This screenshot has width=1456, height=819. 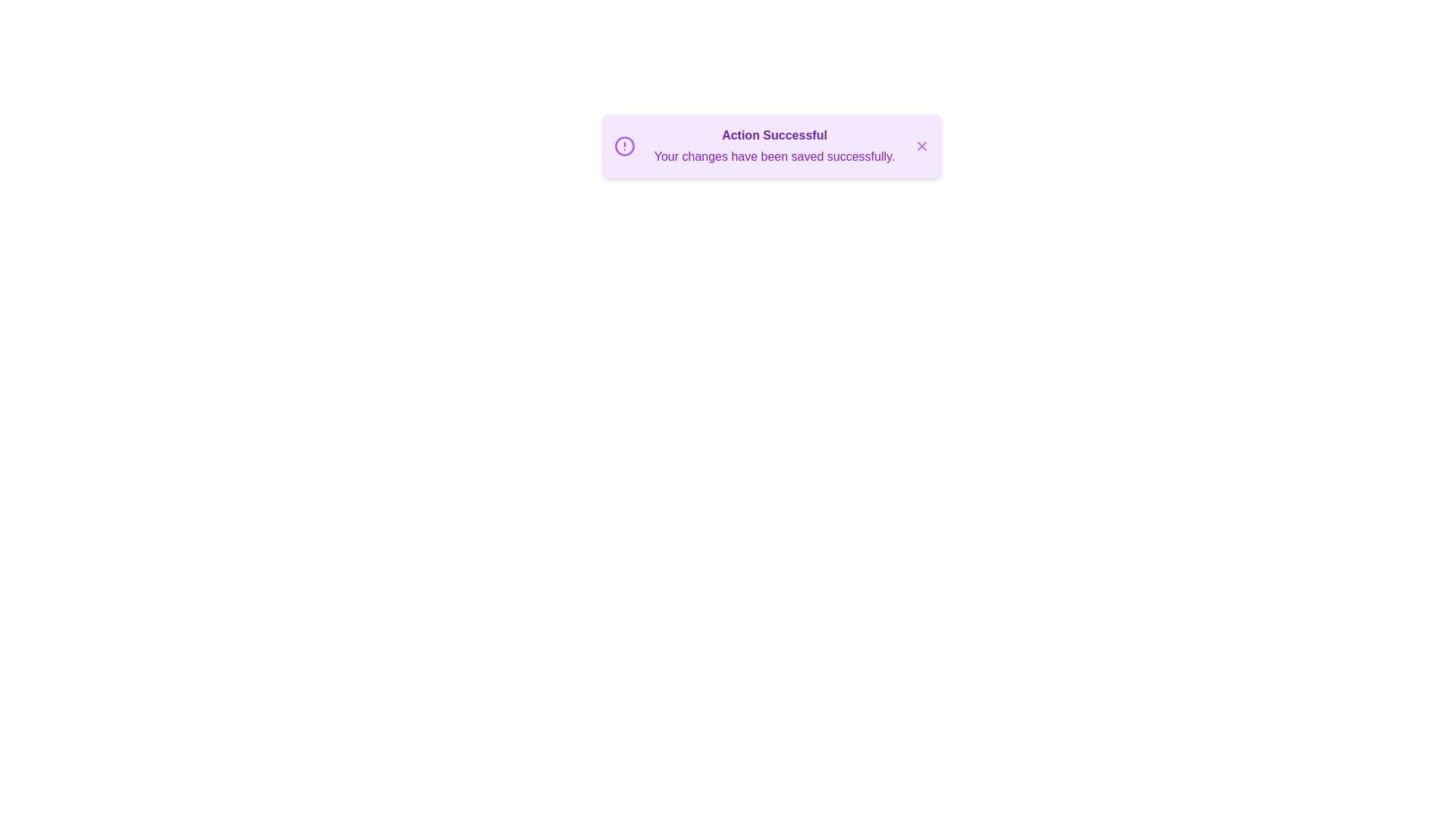 What do you see at coordinates (624, 146) in the screenshot?
I see `the alert icon to trigger its associated action` at bounding box center [624, 146].